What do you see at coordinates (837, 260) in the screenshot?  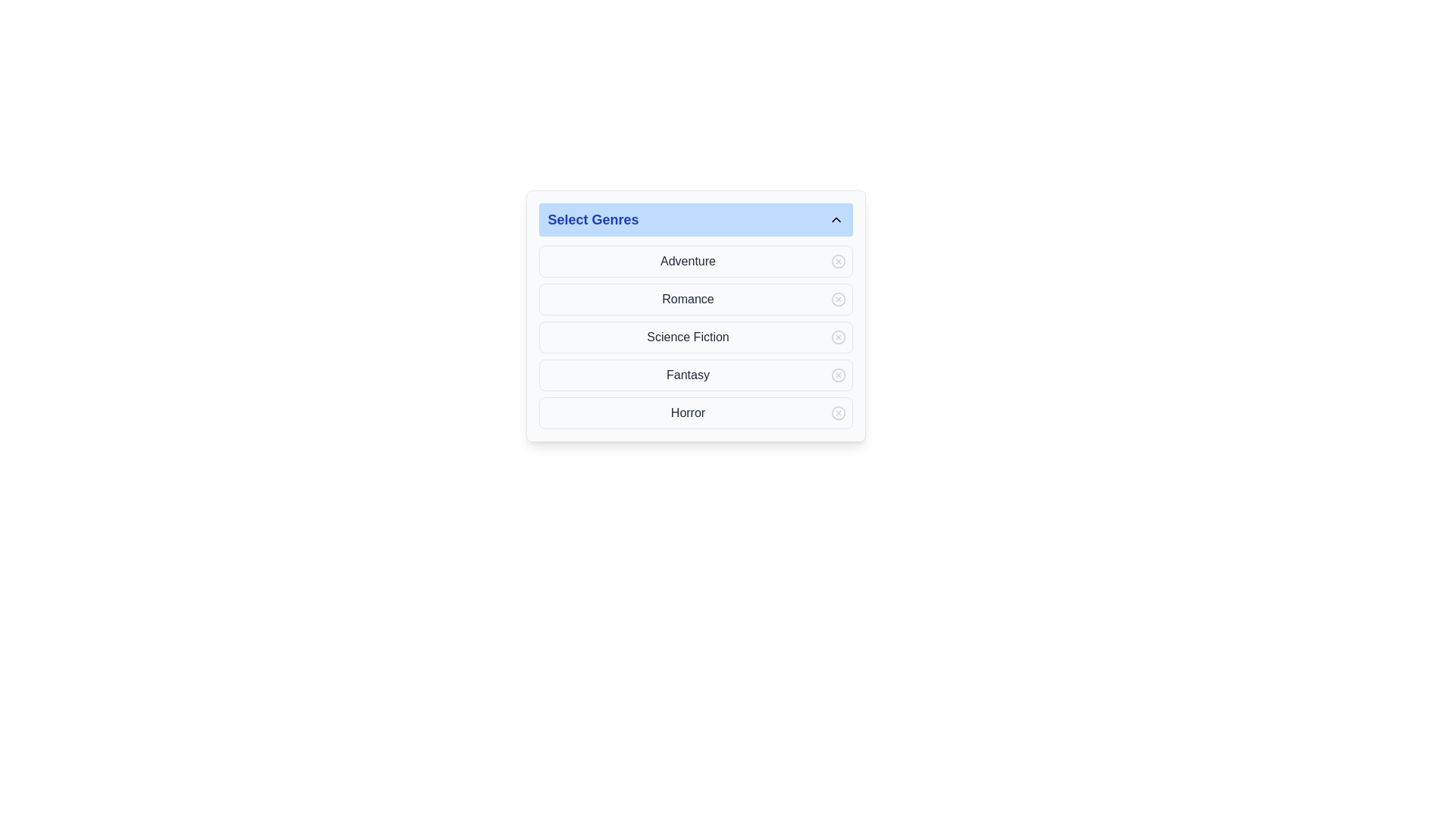 I see `the circular icon with a thick border and a small cross (X) symbol in the center, located to the far right of the 'Adventure' genre label within the 'Select Genres' list` at bounding box center [837, 260].